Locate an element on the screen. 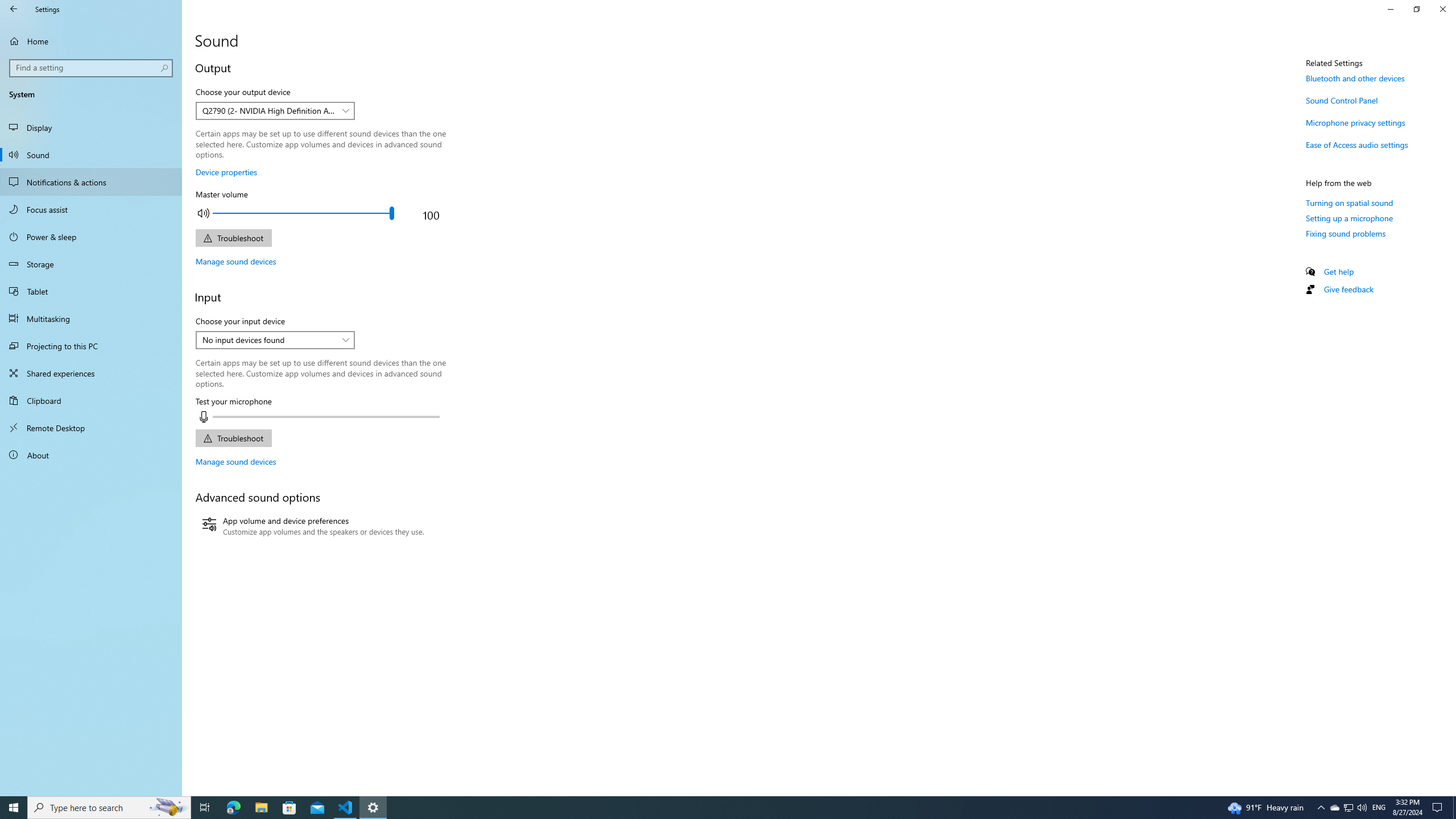 The image size is (1456, 819). 'Bluetooth and other devices' is located at coordinates (1355, 78).